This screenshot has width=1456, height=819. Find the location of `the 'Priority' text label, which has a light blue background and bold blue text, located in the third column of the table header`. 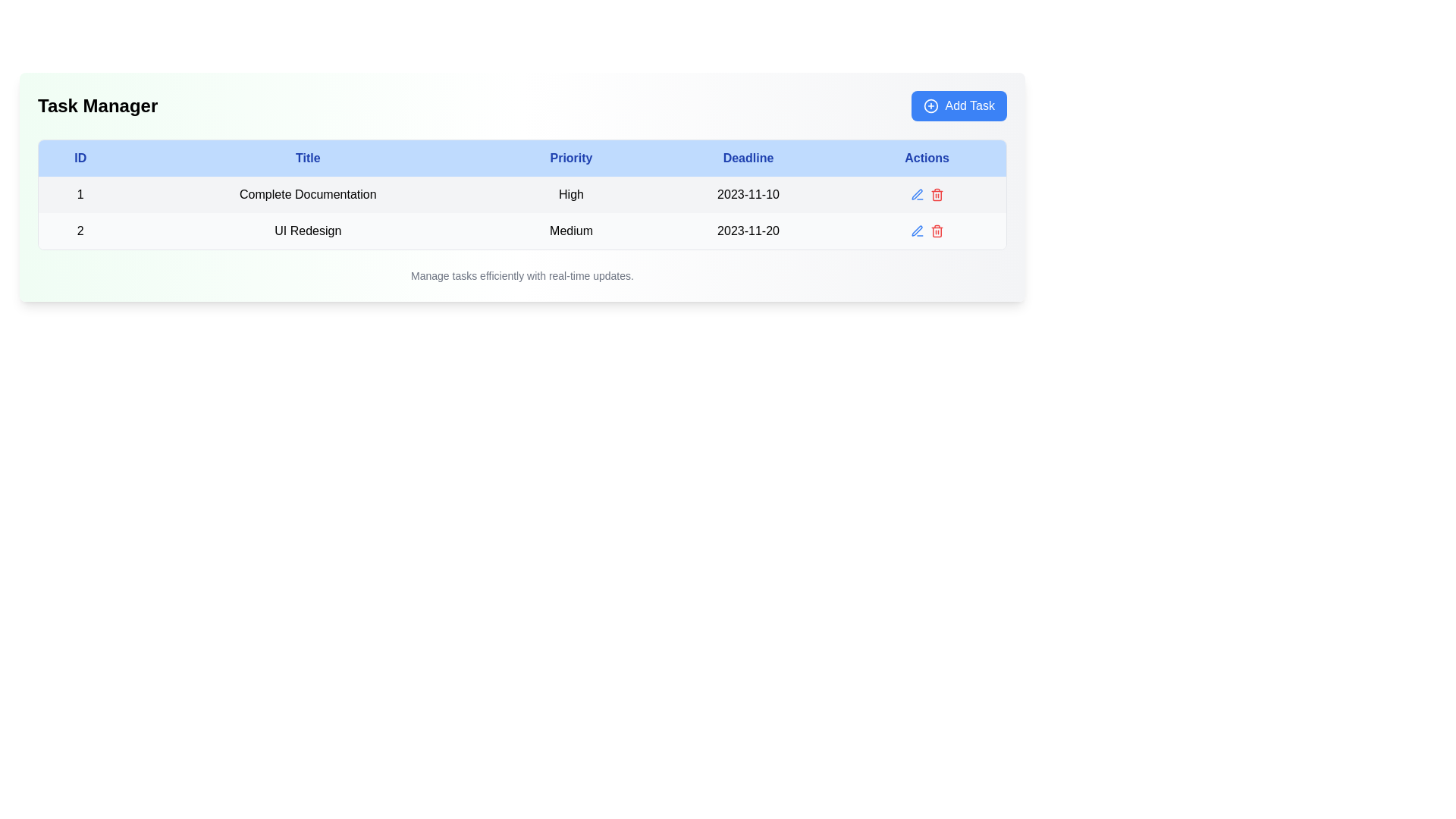

the 'Priority' text label, which has a light blue background and bold blue text, located in the third column of the table header is located at coordinates (570, 158).